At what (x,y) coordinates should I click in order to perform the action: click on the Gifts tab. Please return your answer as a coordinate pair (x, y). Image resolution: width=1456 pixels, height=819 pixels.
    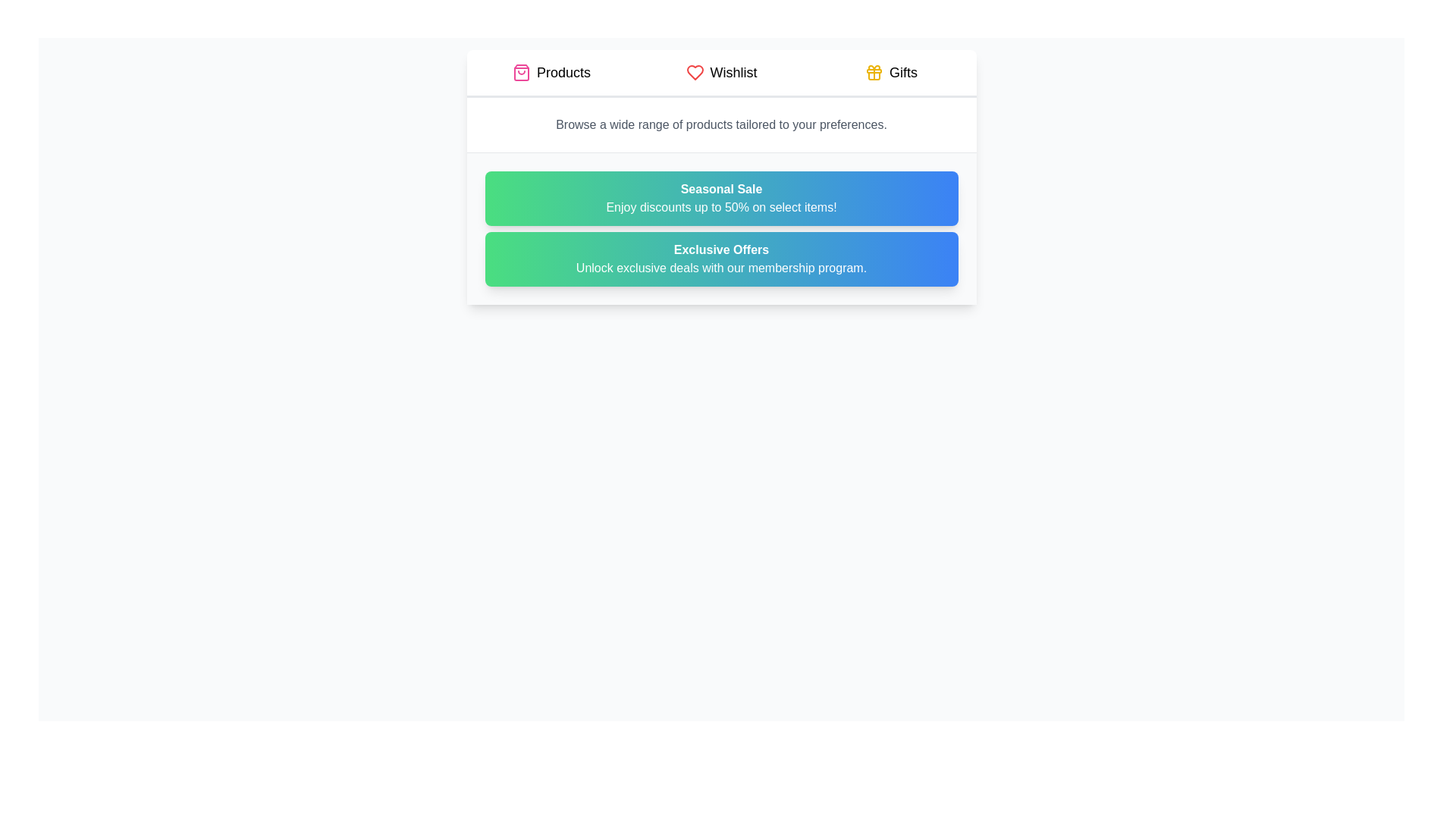
    Looking at the image, I should click on (891, 73).